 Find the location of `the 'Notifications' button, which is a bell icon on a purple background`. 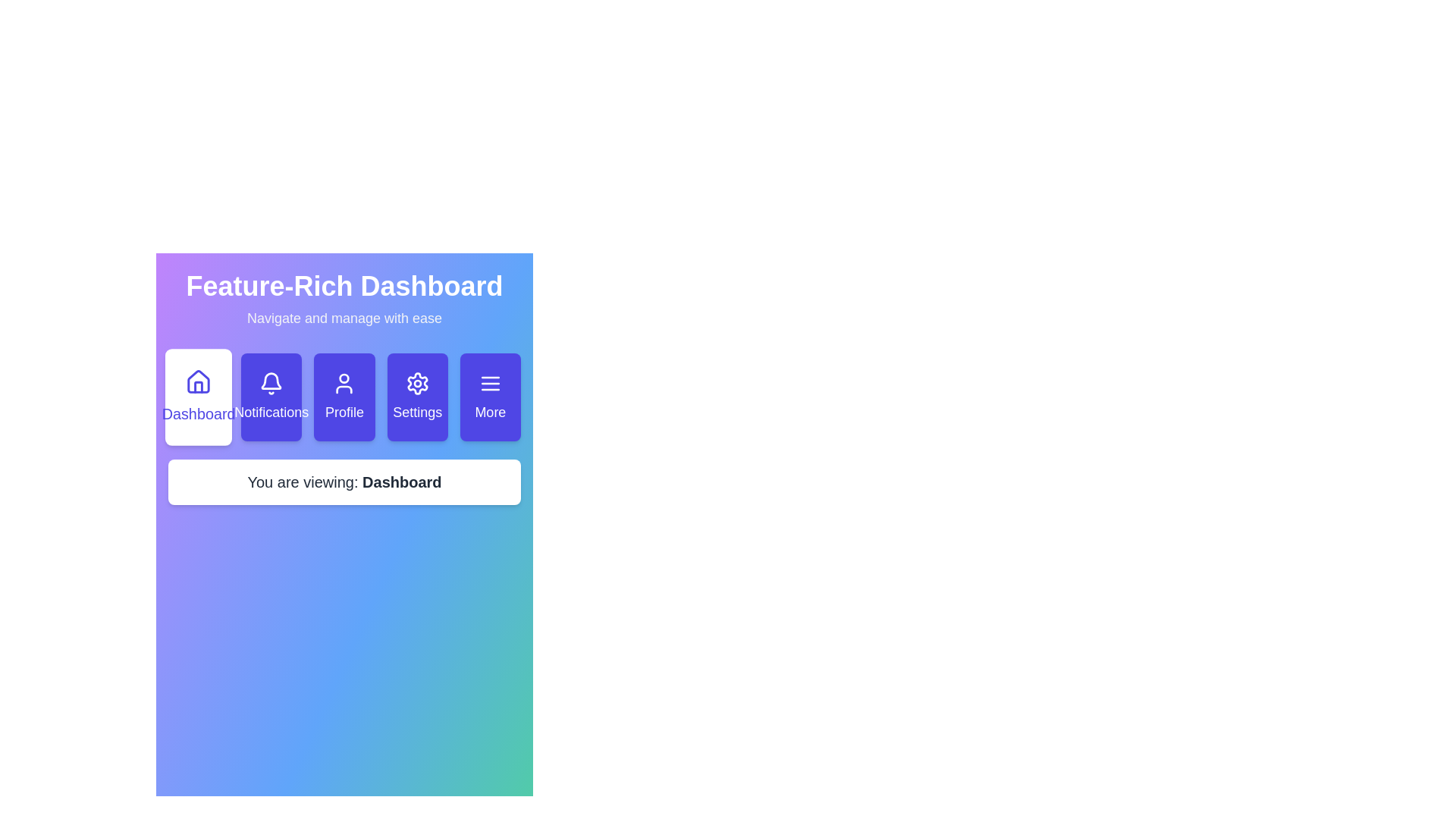

the 'Notifications' button, which is a bell icon on a purple background is located at coordinates (271, 382).